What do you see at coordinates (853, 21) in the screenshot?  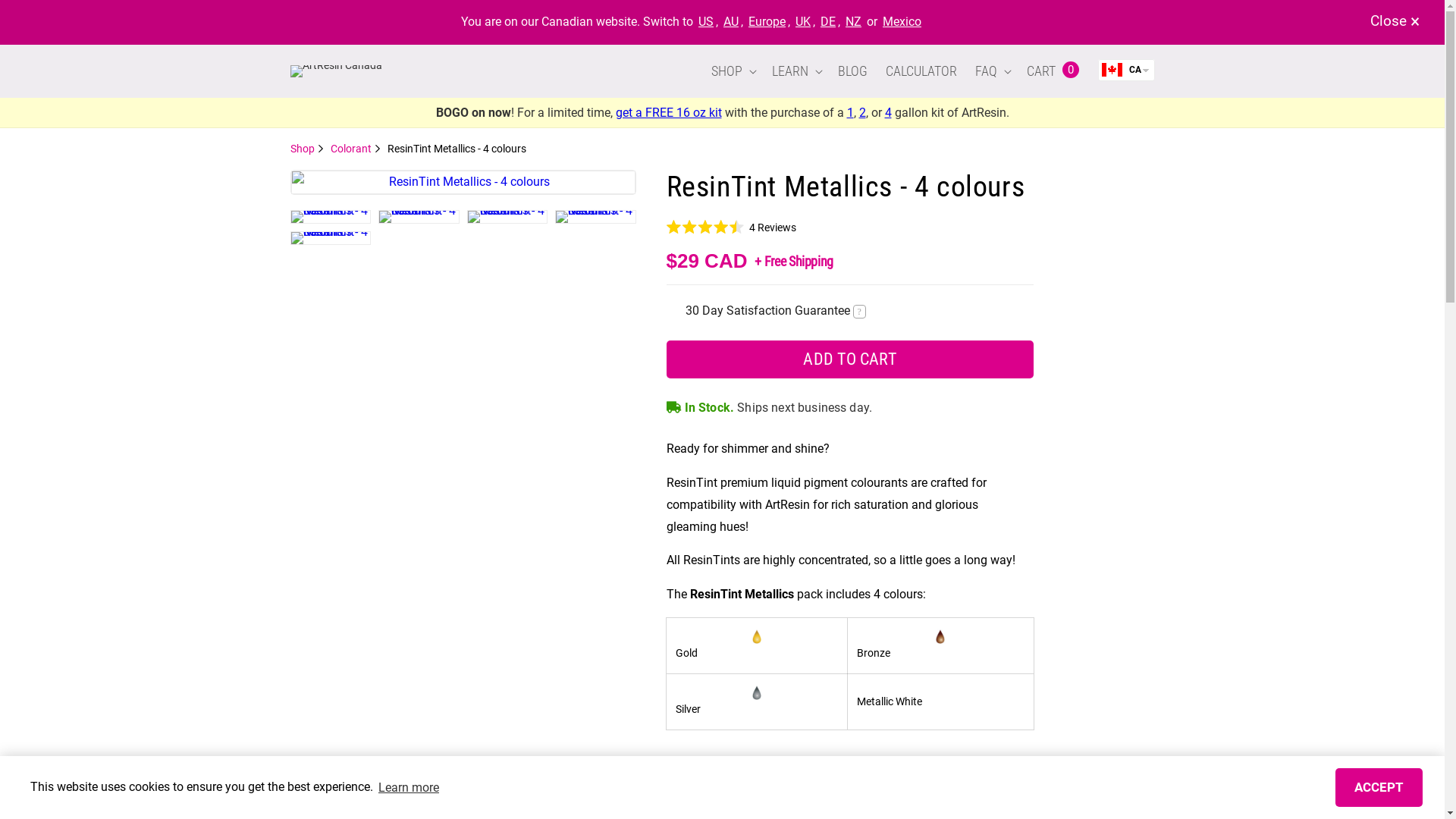 I see `'NZ'` at bounding box center [853, 21].